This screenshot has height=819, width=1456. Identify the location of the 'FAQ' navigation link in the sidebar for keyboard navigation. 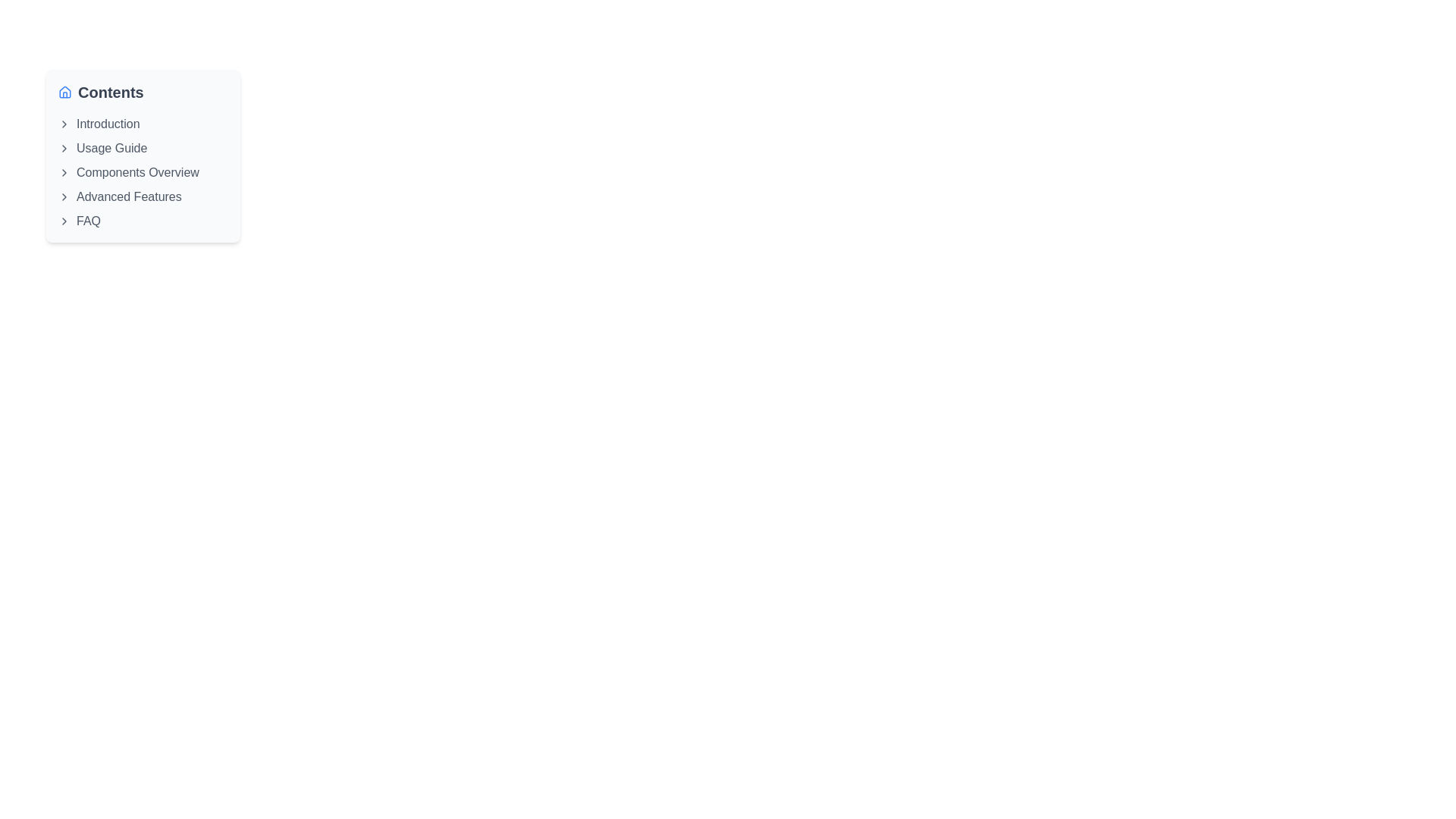
(143, 221).